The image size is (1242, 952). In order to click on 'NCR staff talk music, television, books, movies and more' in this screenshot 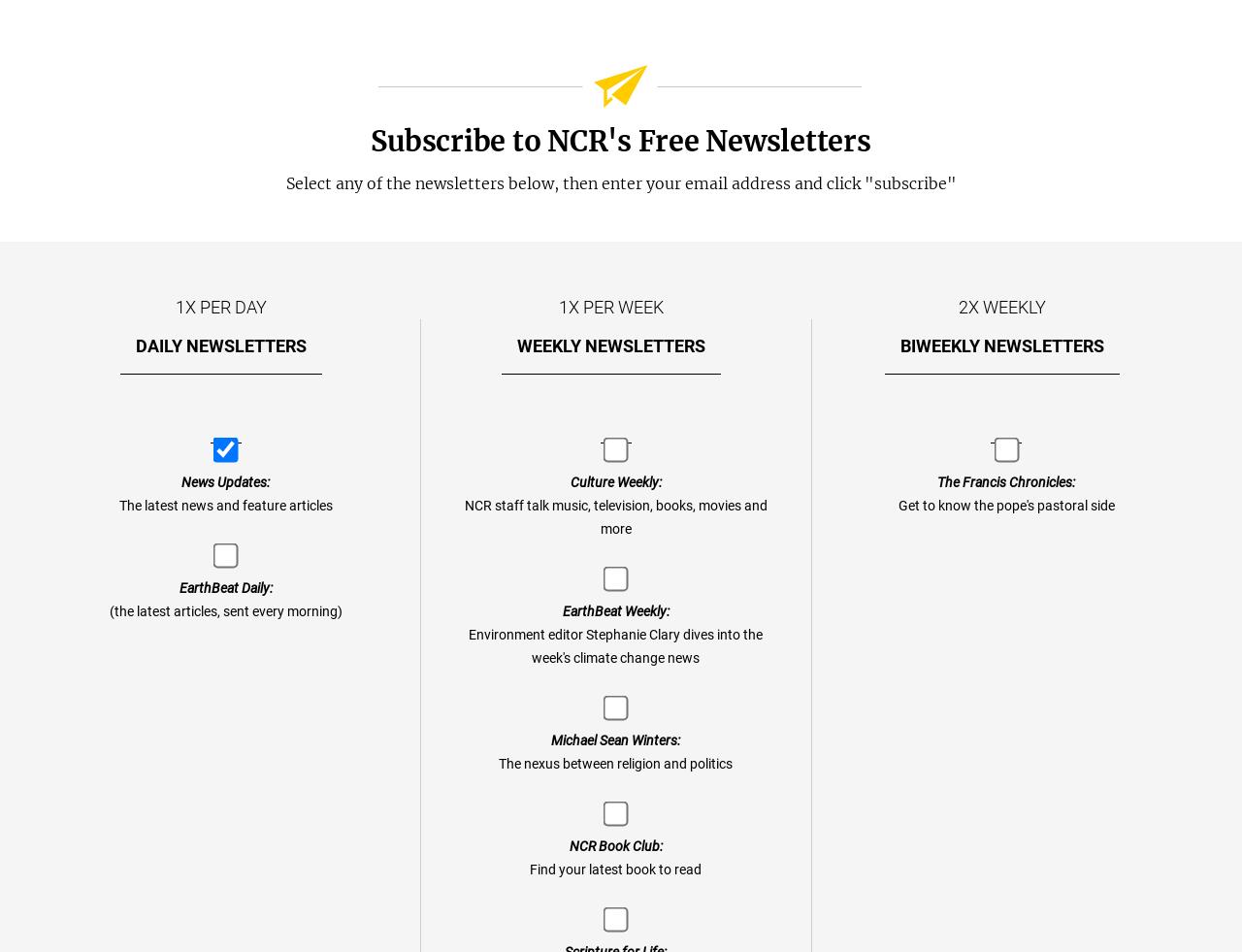, I will do `click(613, 517)`.